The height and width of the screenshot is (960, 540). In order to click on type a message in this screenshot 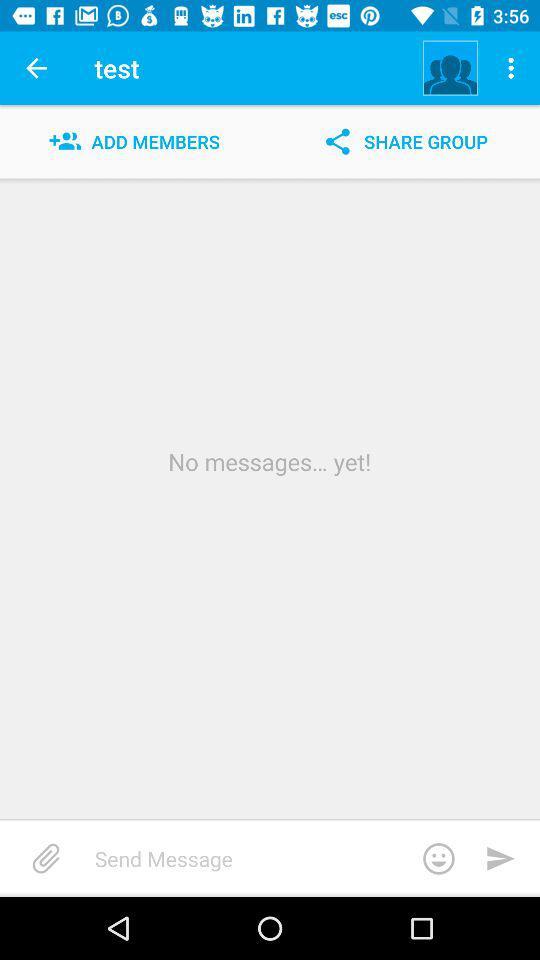, I will do `click(281, 857)`.